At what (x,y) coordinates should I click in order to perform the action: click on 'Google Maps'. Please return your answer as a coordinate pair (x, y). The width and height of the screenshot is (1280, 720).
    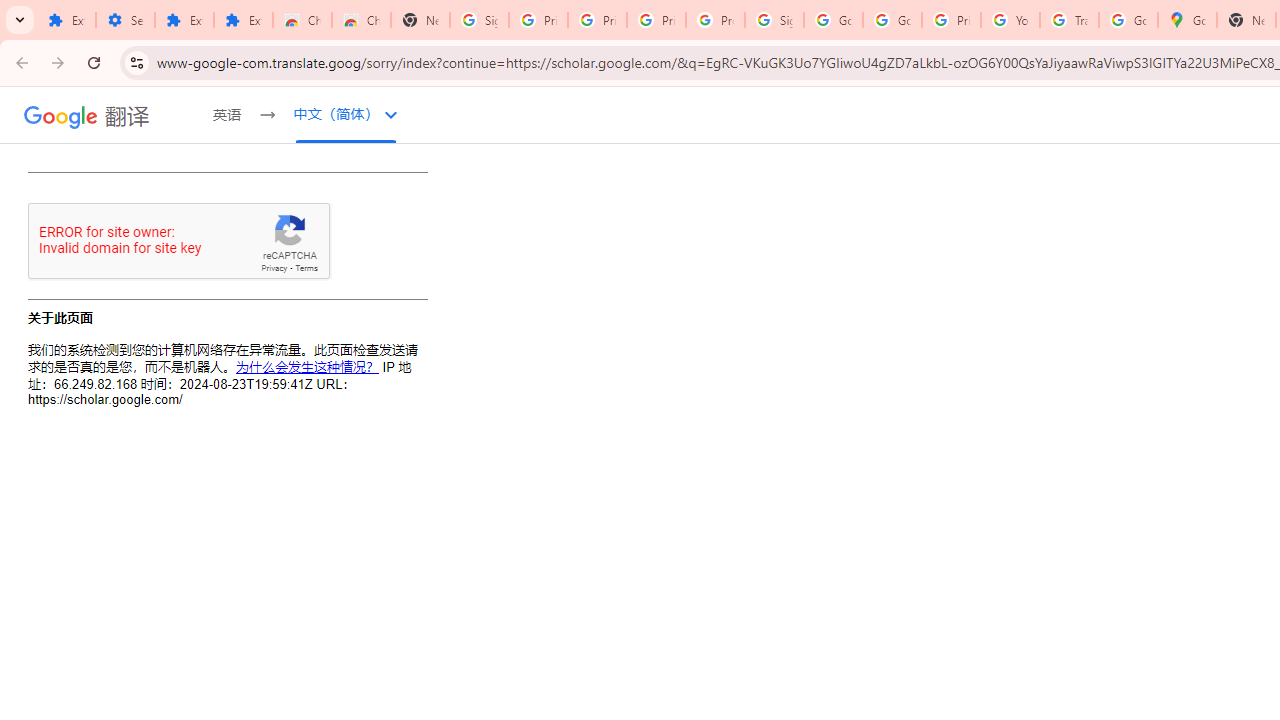
    Looking at the image, I should click on (1187, 20).